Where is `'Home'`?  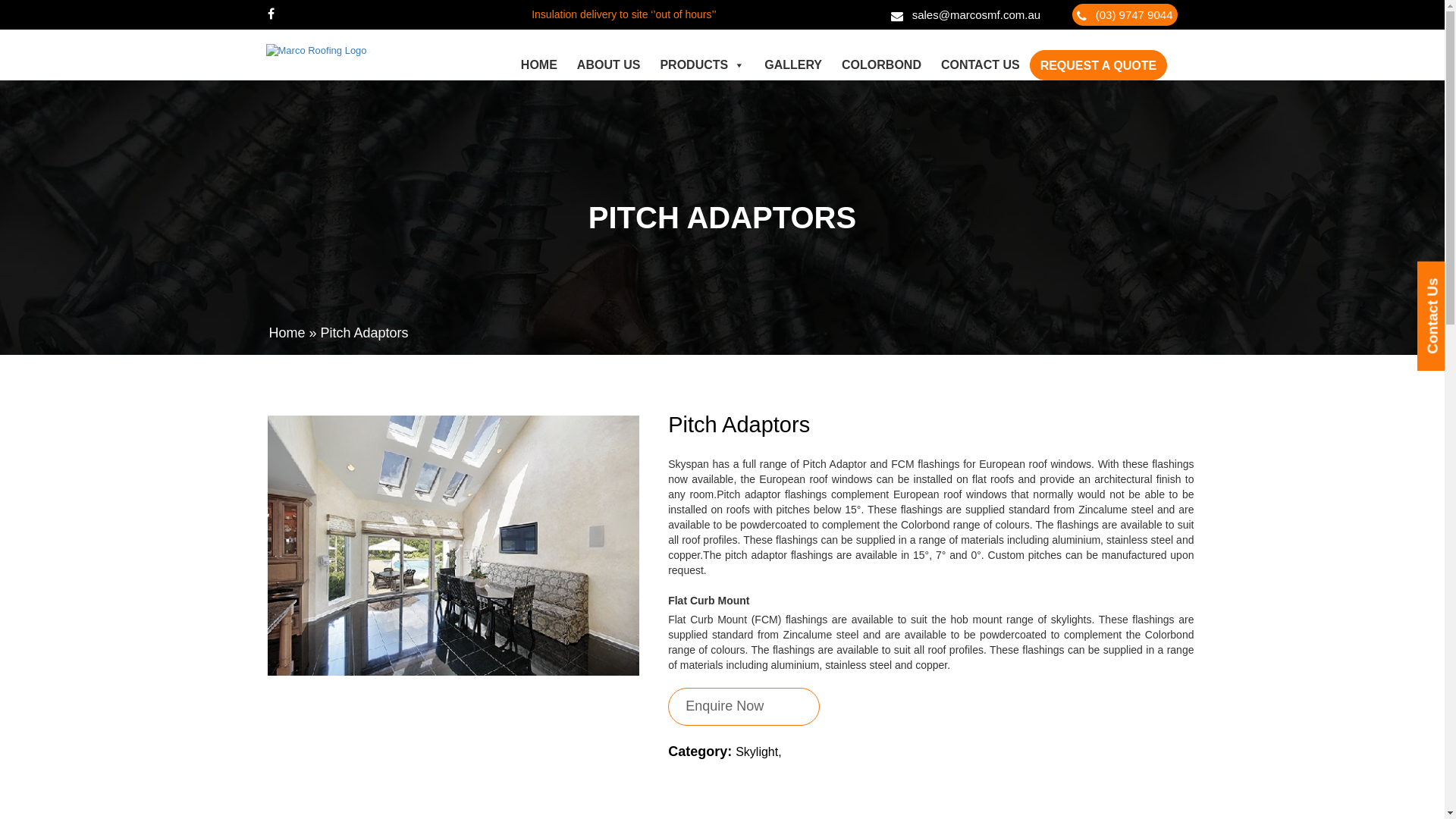
'Home' is located at coordinates (287, 332).